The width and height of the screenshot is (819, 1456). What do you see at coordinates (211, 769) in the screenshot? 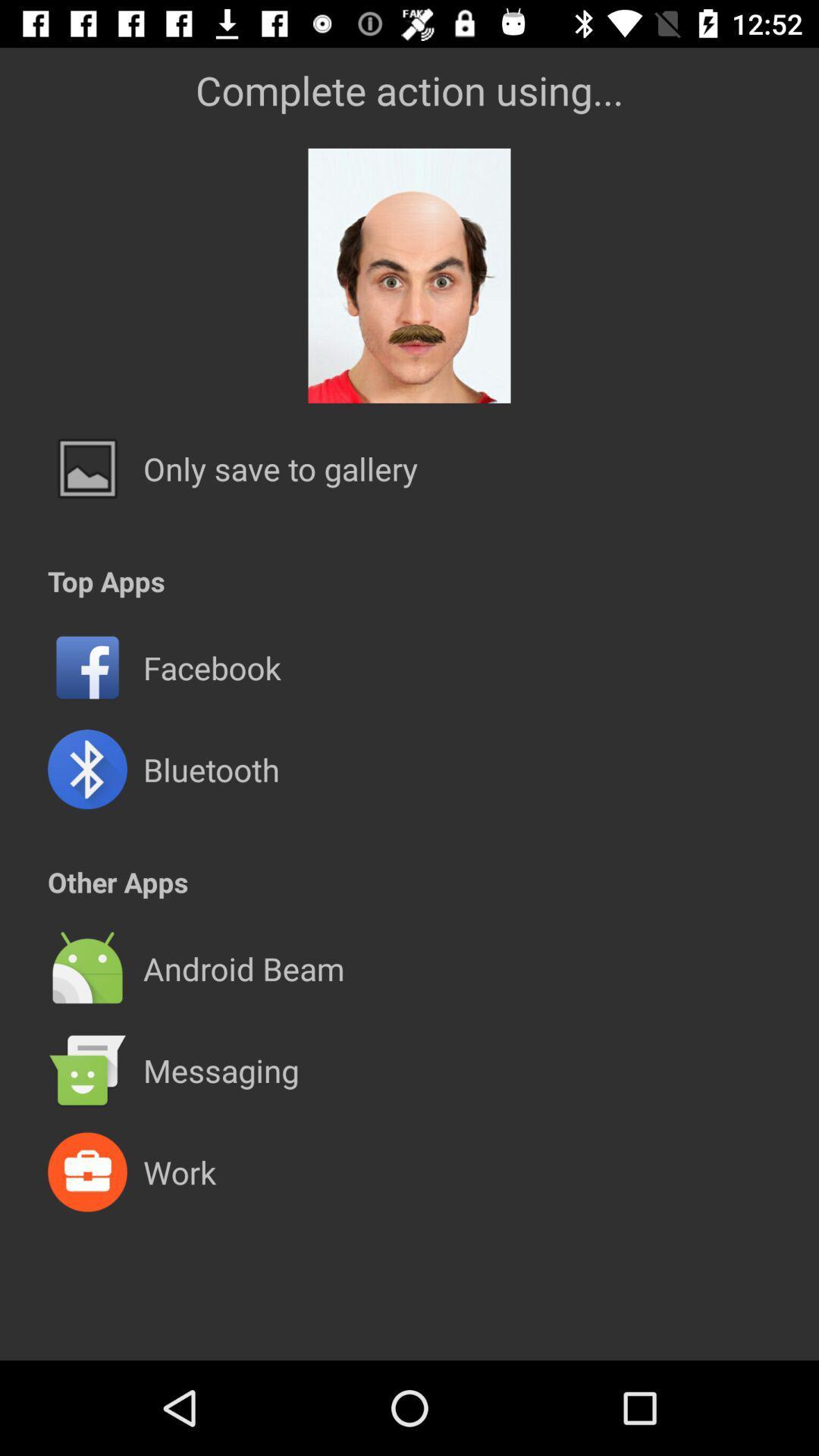
I see `the bluetooth item` at bounding box center [211, 769].